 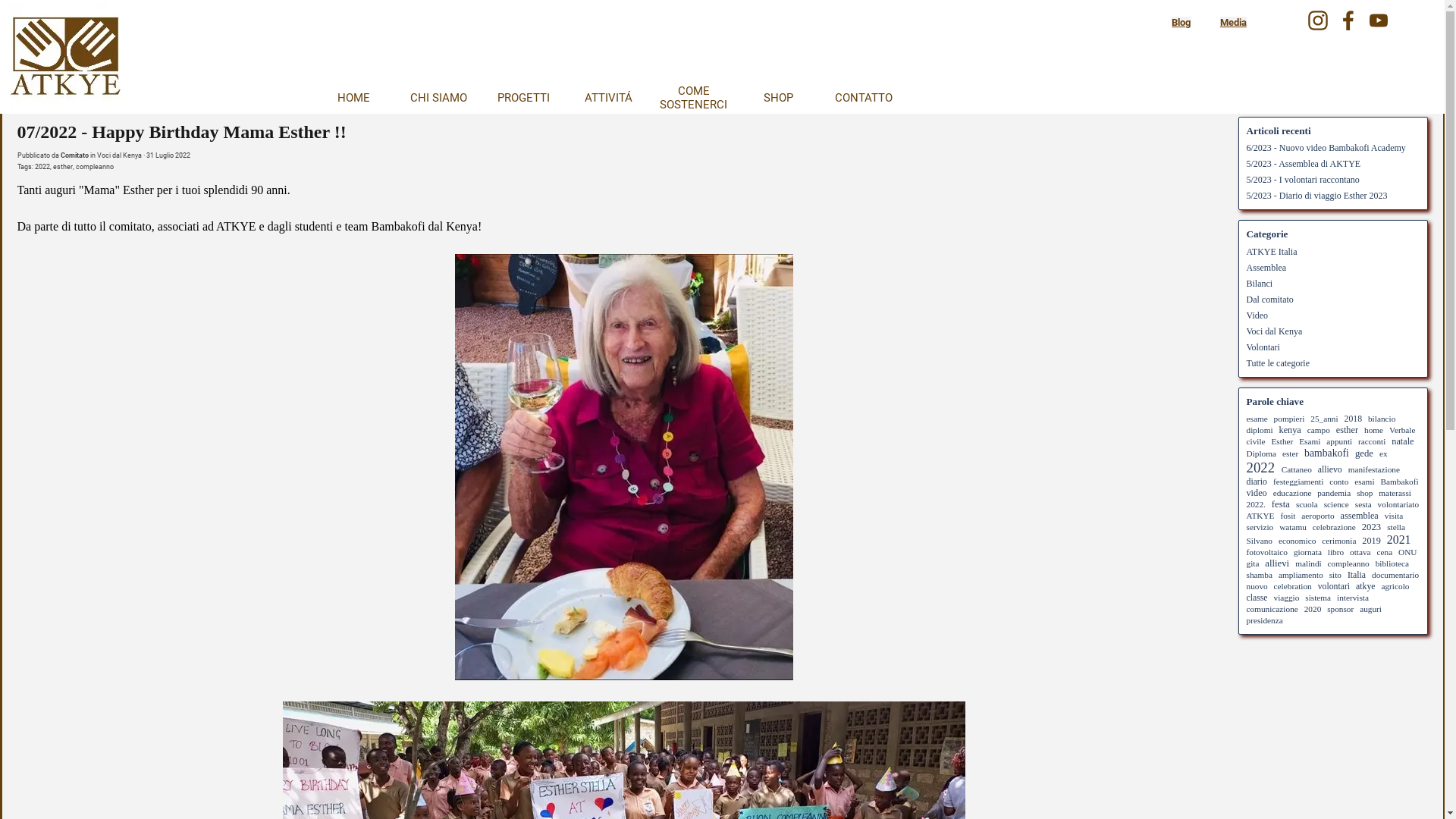 What do you see at coordinates (1303, 164) in the screenshot?
I see `'5/2023 - Assemblea di AKTYE'` at bounding box center [1303, 164].